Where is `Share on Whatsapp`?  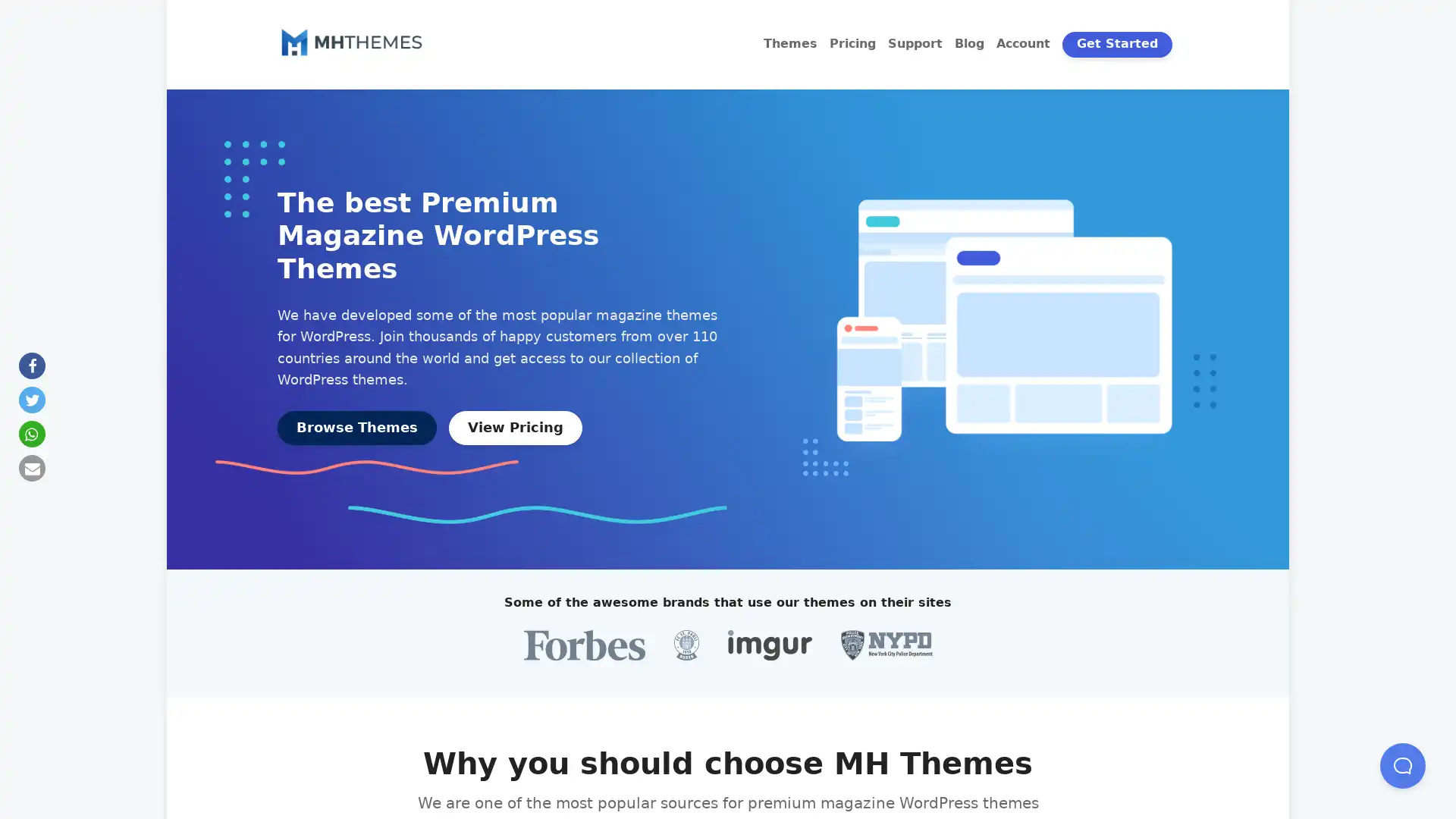 Share on Whatsapp is located at coordinates (32, 434).